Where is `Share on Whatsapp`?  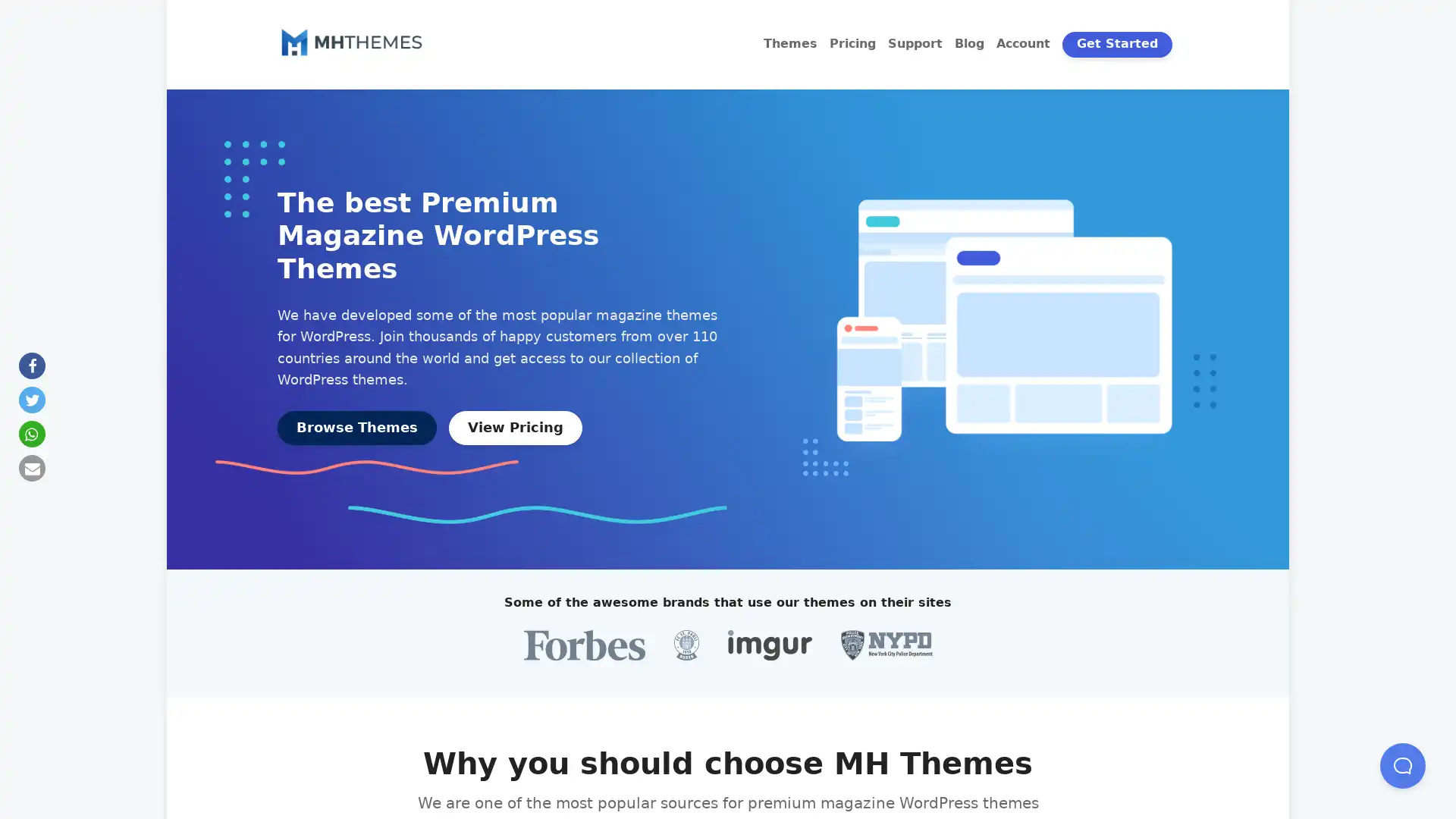 Share on Whatsapp is located at coordinates (32, 434).